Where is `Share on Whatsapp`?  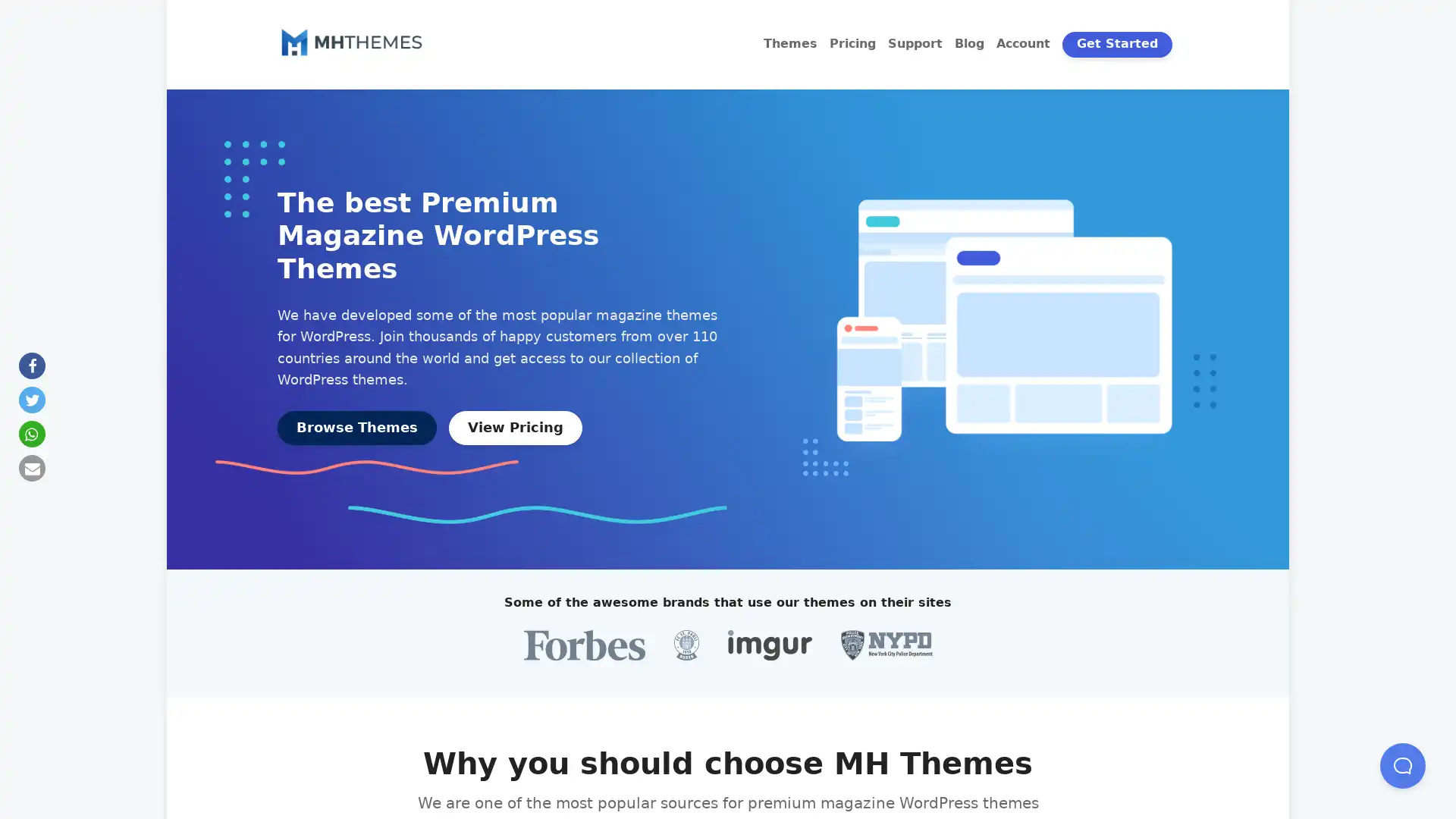 Share on Whatsapp is located at coordinates (32, 434).